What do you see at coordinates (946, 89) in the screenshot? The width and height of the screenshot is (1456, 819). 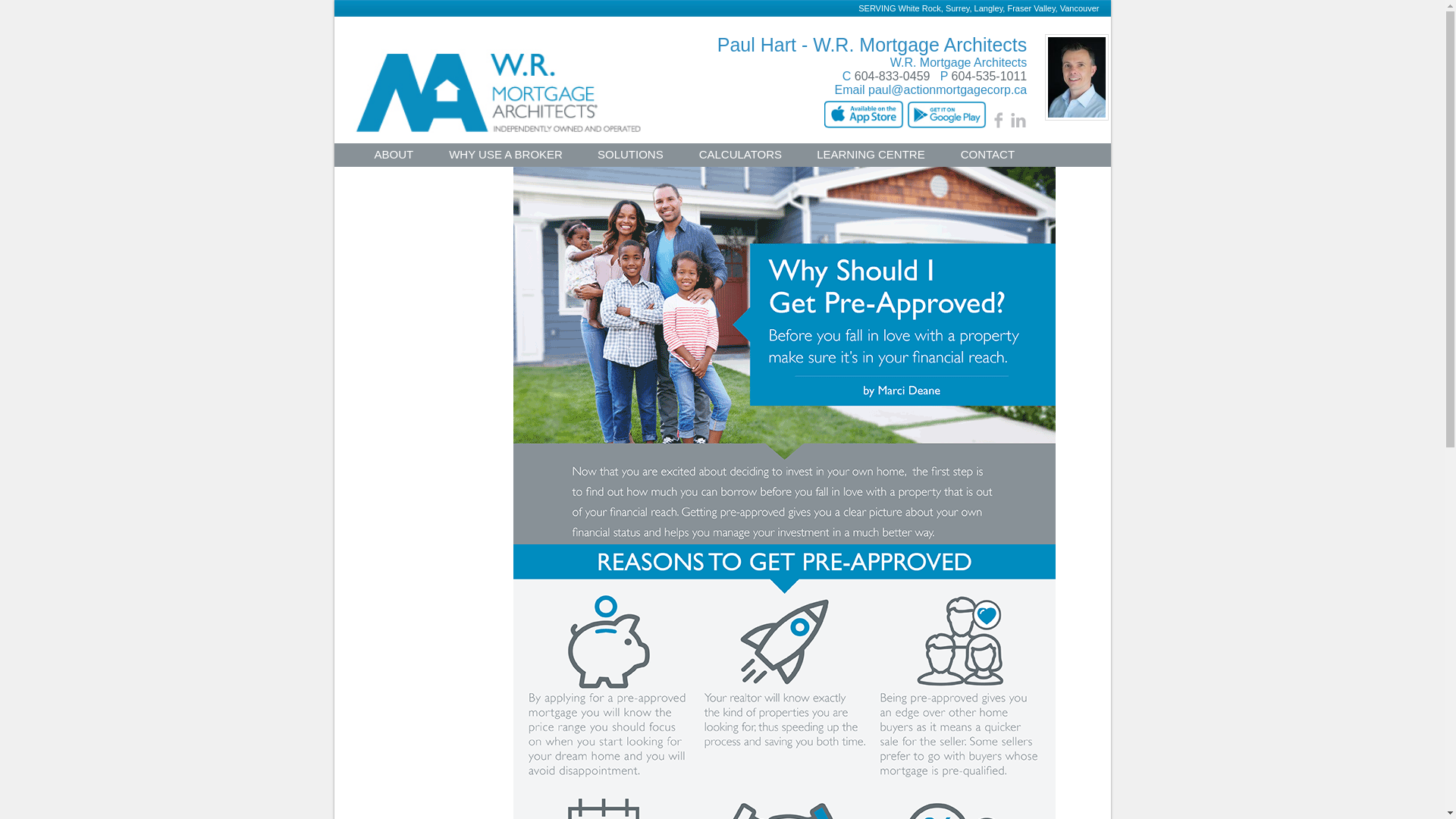 I see `'paul@actionmortgagecorp.ca'` at bounding box center [946, 89].